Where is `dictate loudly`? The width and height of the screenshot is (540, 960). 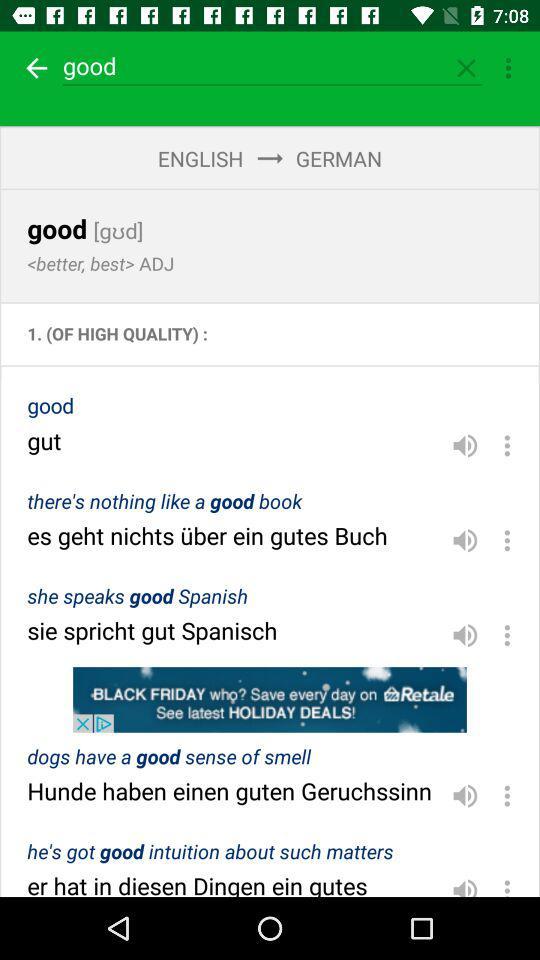
dictate loudly is located at coordinates (465, 882).